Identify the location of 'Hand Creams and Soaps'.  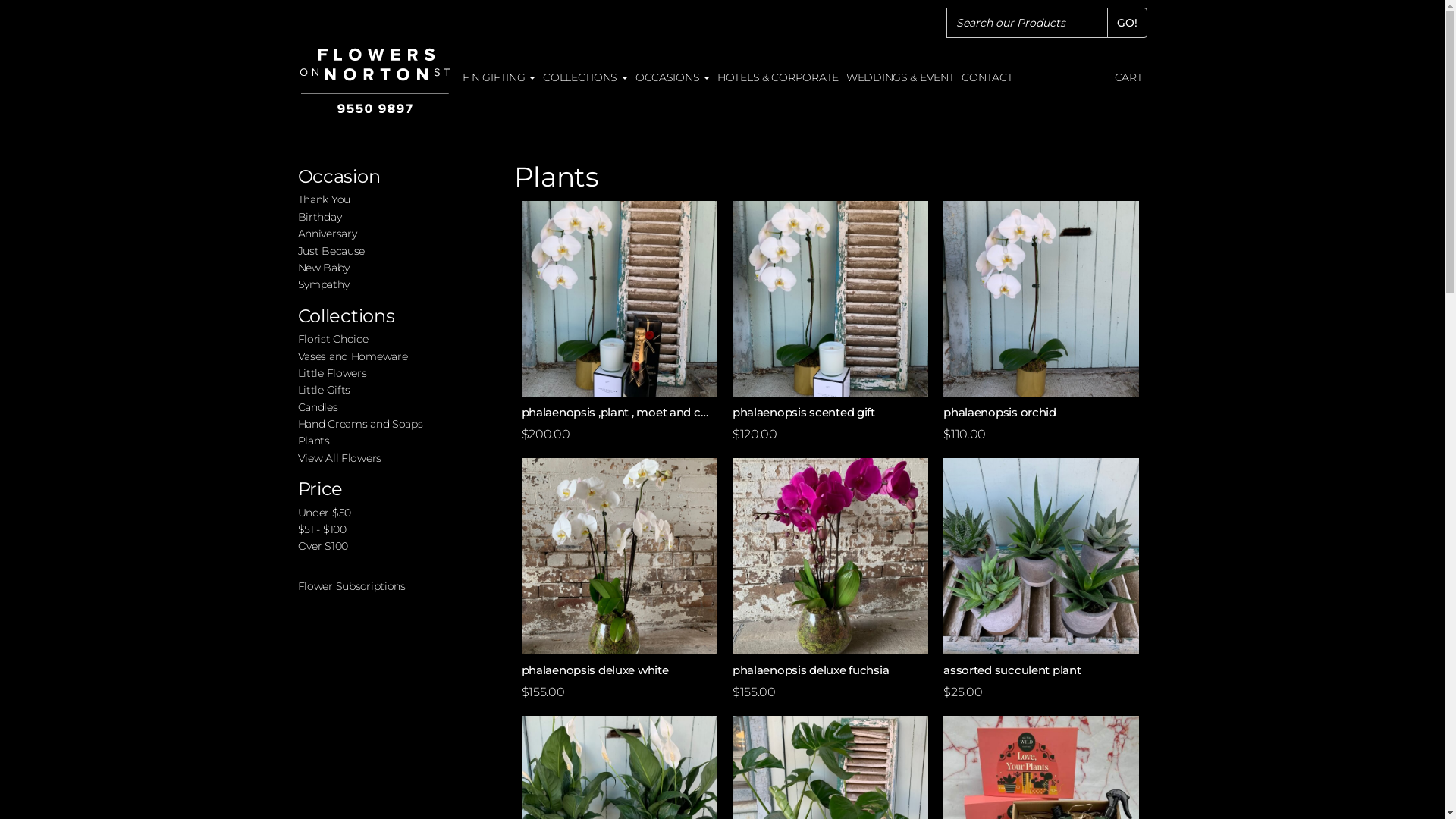
(359, 424).